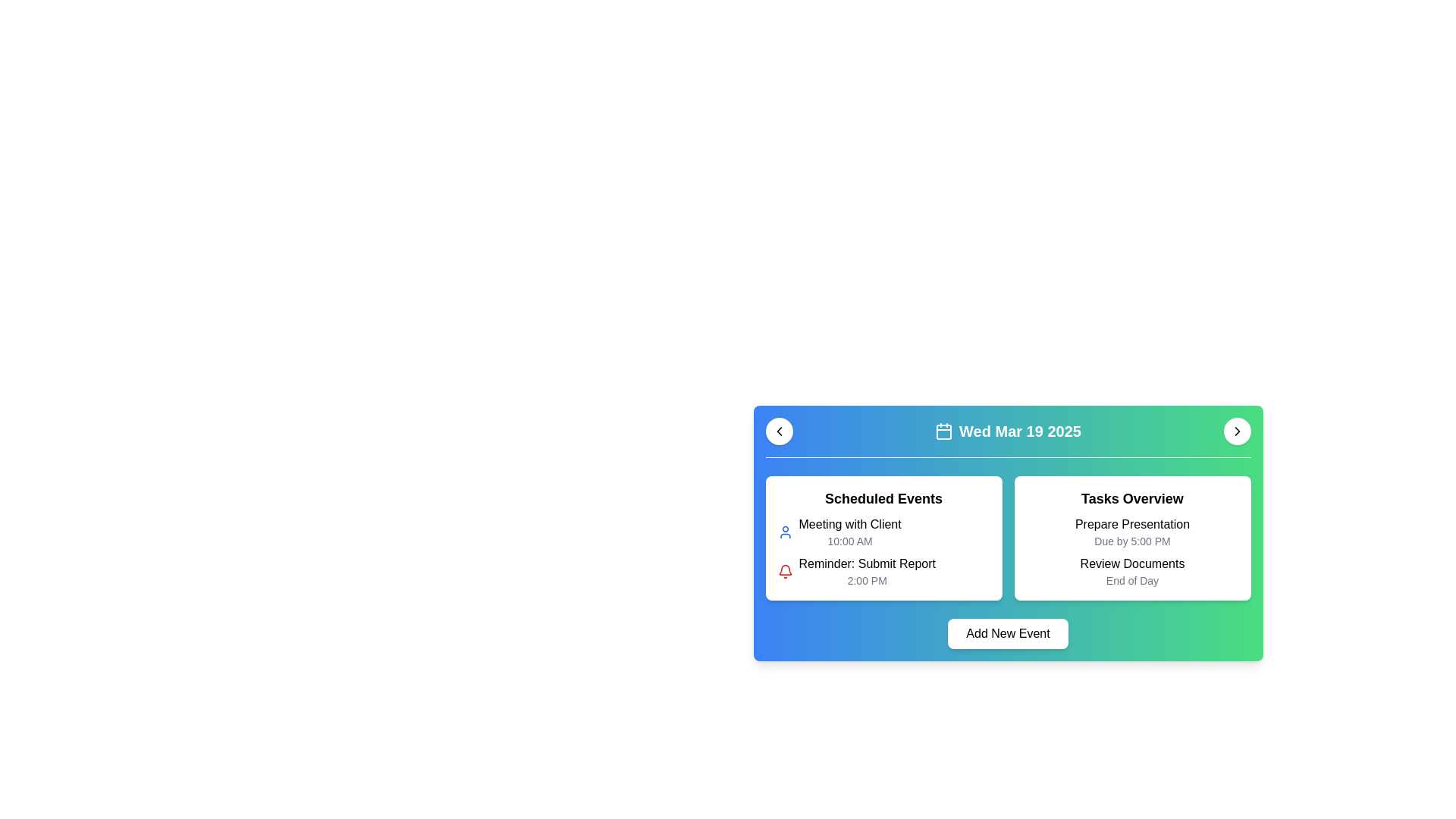 This screenshot has height=819, width=1456. I want to click on the 'Add New Event' button, which is a white rectangular button with rounded corners located at the bottom of the card interface, so click(1008, 634).